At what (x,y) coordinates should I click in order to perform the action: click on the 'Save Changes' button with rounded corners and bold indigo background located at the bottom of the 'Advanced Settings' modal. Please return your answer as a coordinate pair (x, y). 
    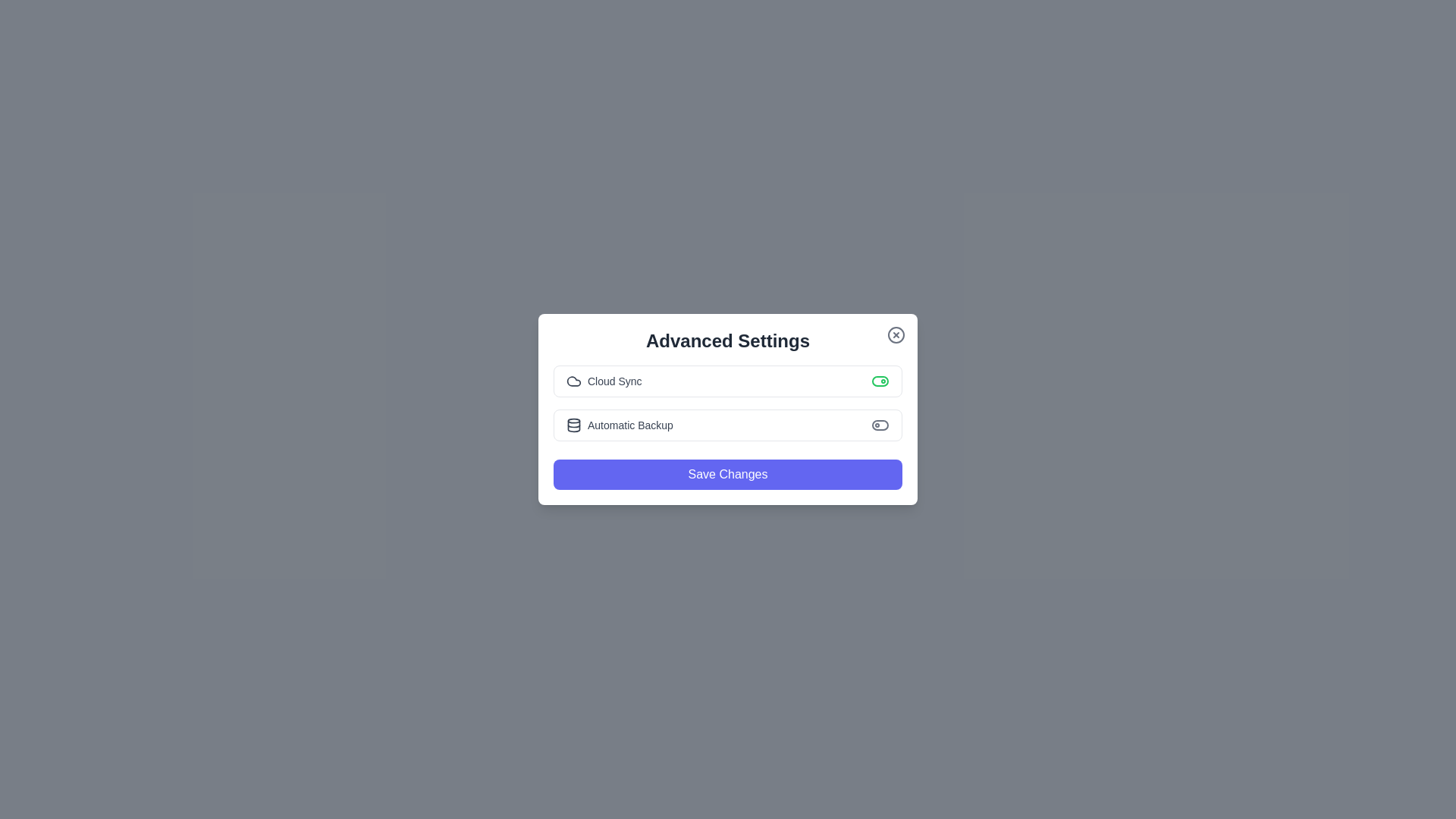
    Looking at the image, I should click on (728, 473).